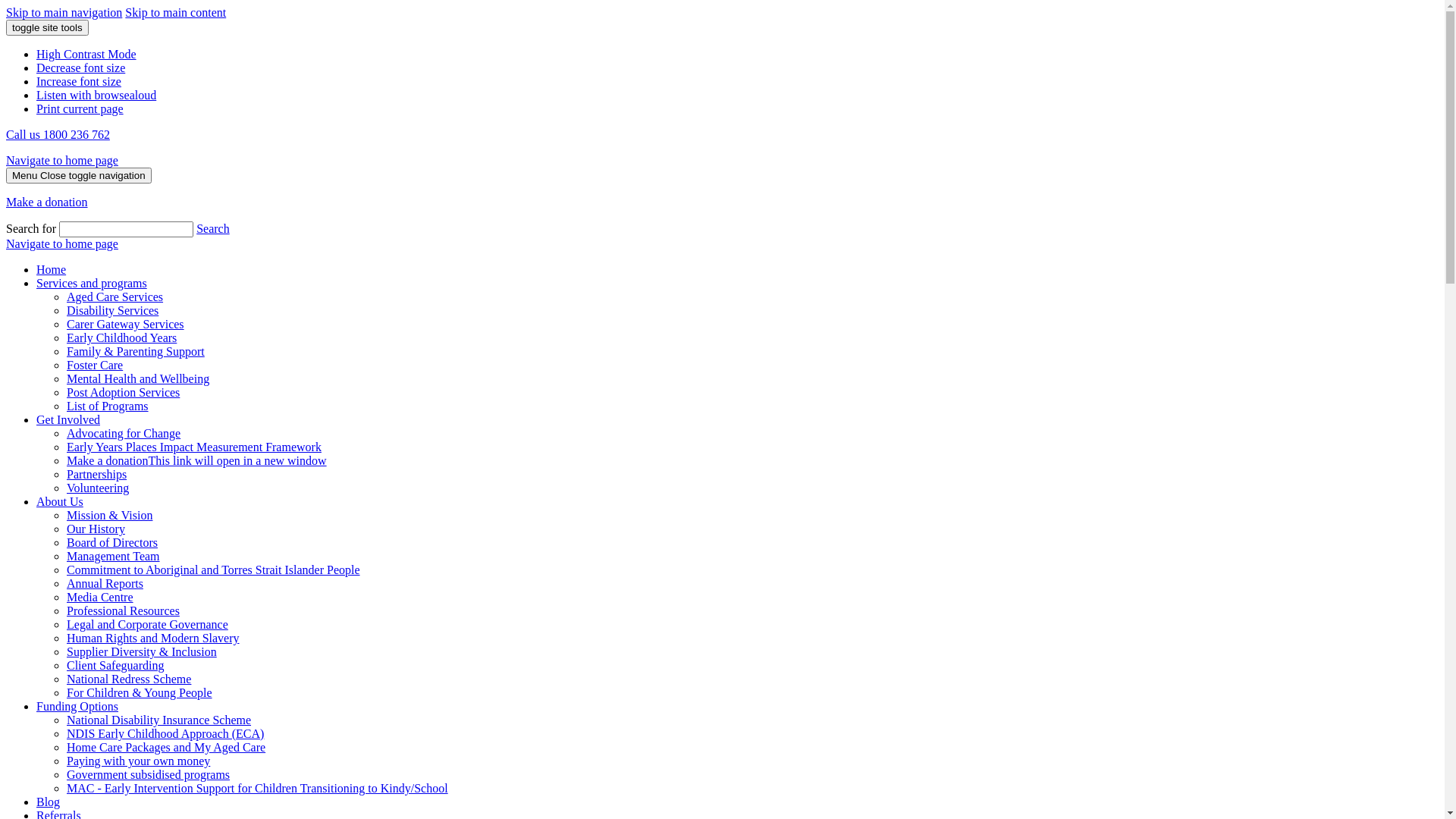  Describe the element at coordinates (36, 419) in the screenshot. I see `'Get Involved'` at that location.